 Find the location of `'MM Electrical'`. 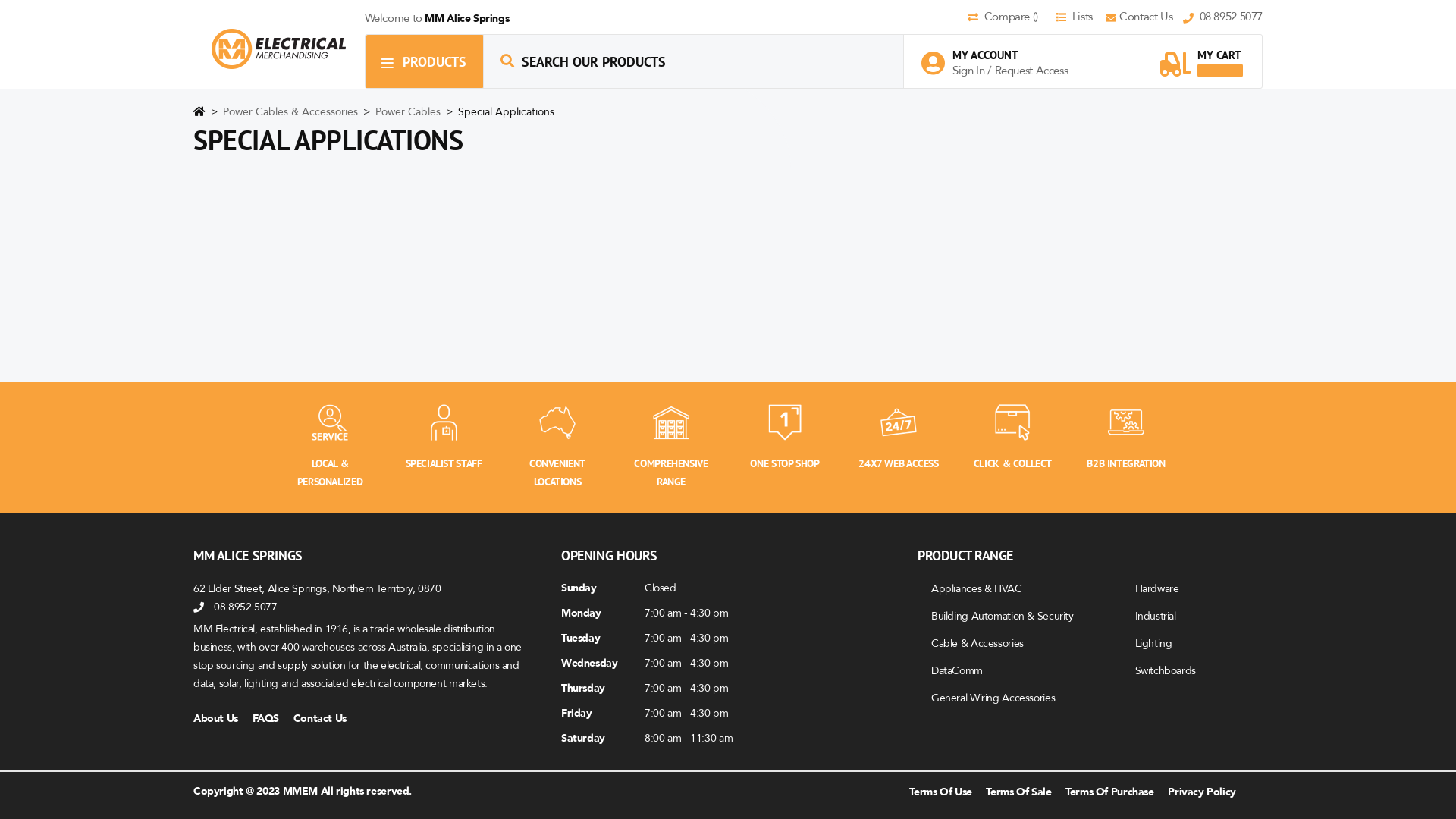

'MM Electrical' is located at coordinates (278, 48).